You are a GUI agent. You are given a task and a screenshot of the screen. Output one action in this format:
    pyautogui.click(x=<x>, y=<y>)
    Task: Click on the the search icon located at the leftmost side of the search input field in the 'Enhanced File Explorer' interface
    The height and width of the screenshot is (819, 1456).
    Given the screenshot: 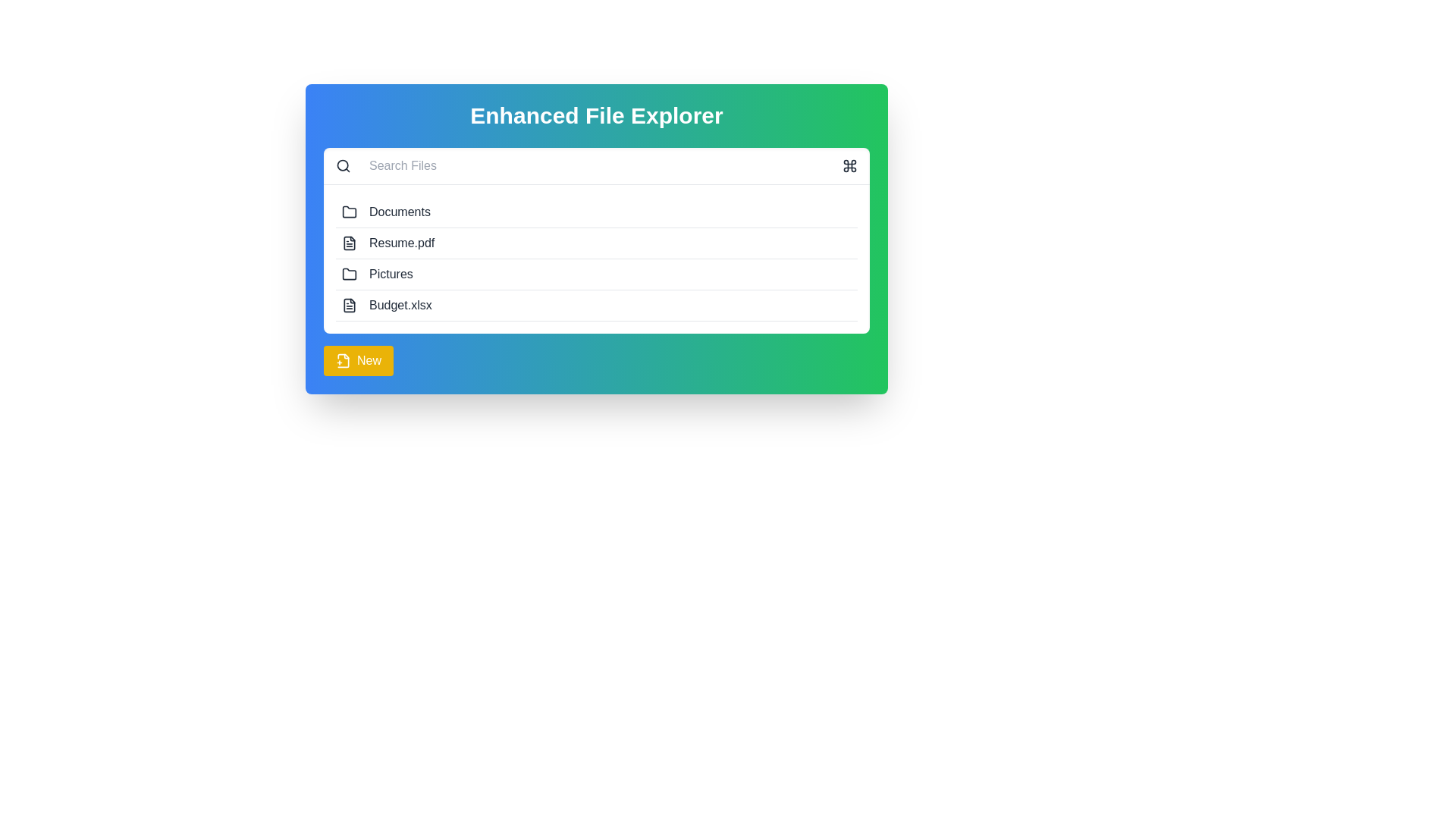 What is the action you would take?
    pyautogui.click(x=342, y=166)
    